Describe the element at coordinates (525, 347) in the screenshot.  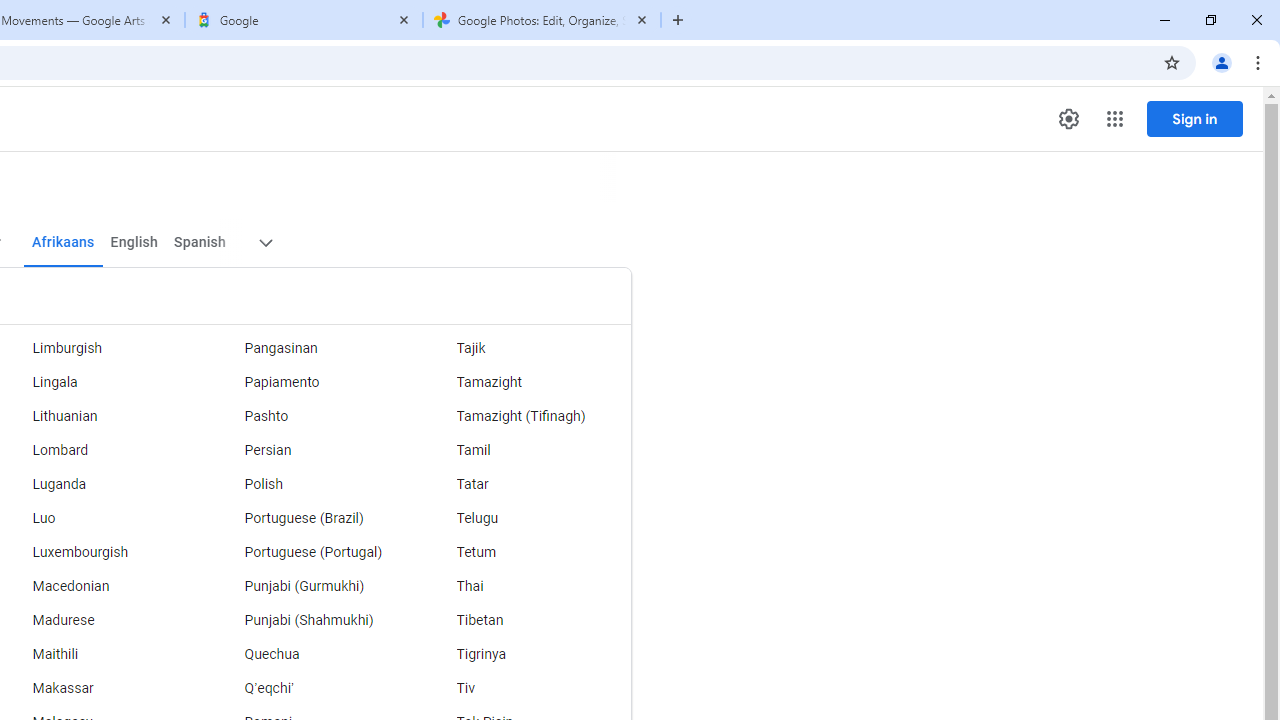
I see `'Tajik'` at that location.